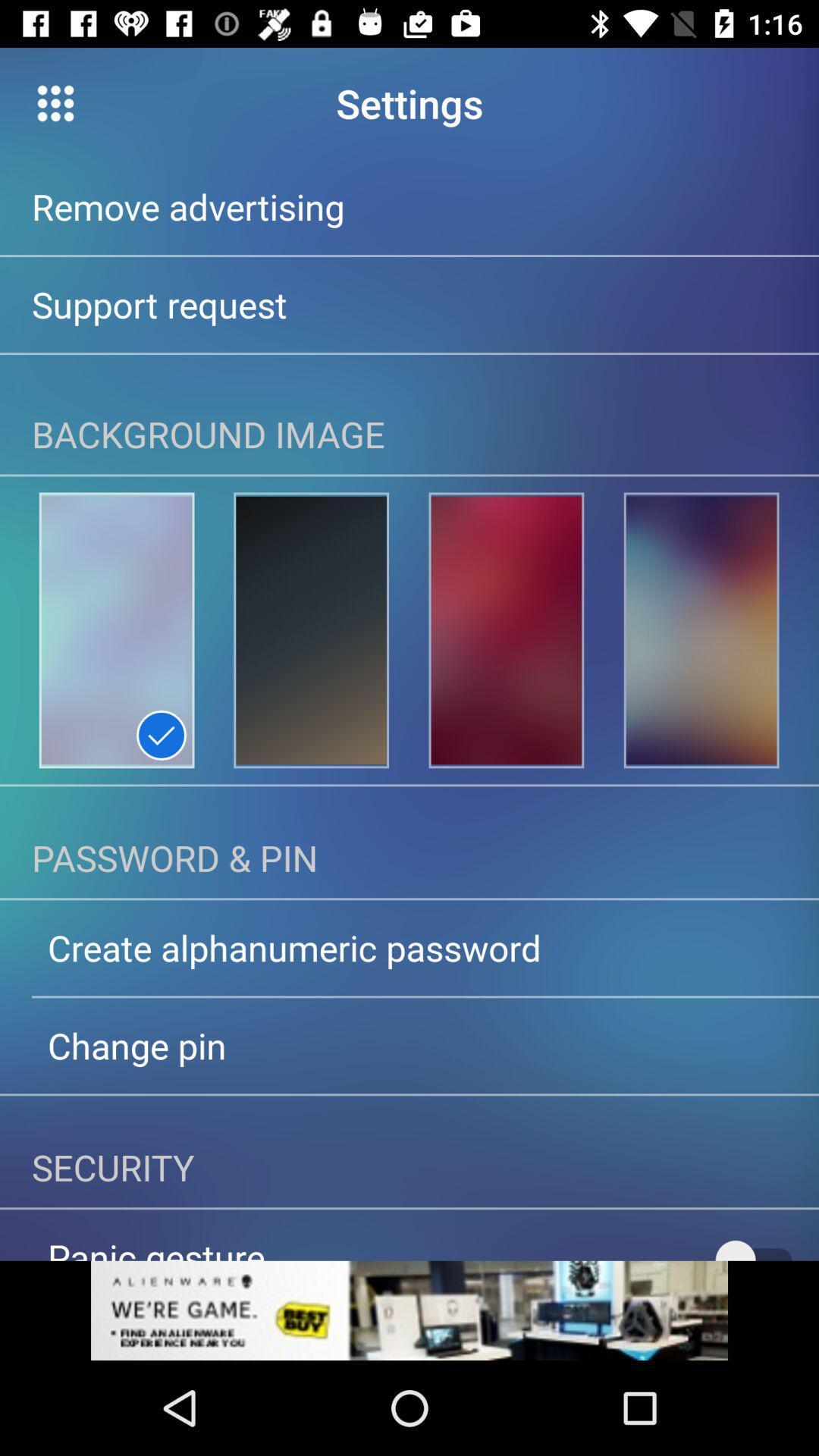 The width and height of the screenshot is (819, 1456). What do you see at coordinates (409, 1310) in the screenshot?
I see `open advertisement` at bounding box center [409, 1310].